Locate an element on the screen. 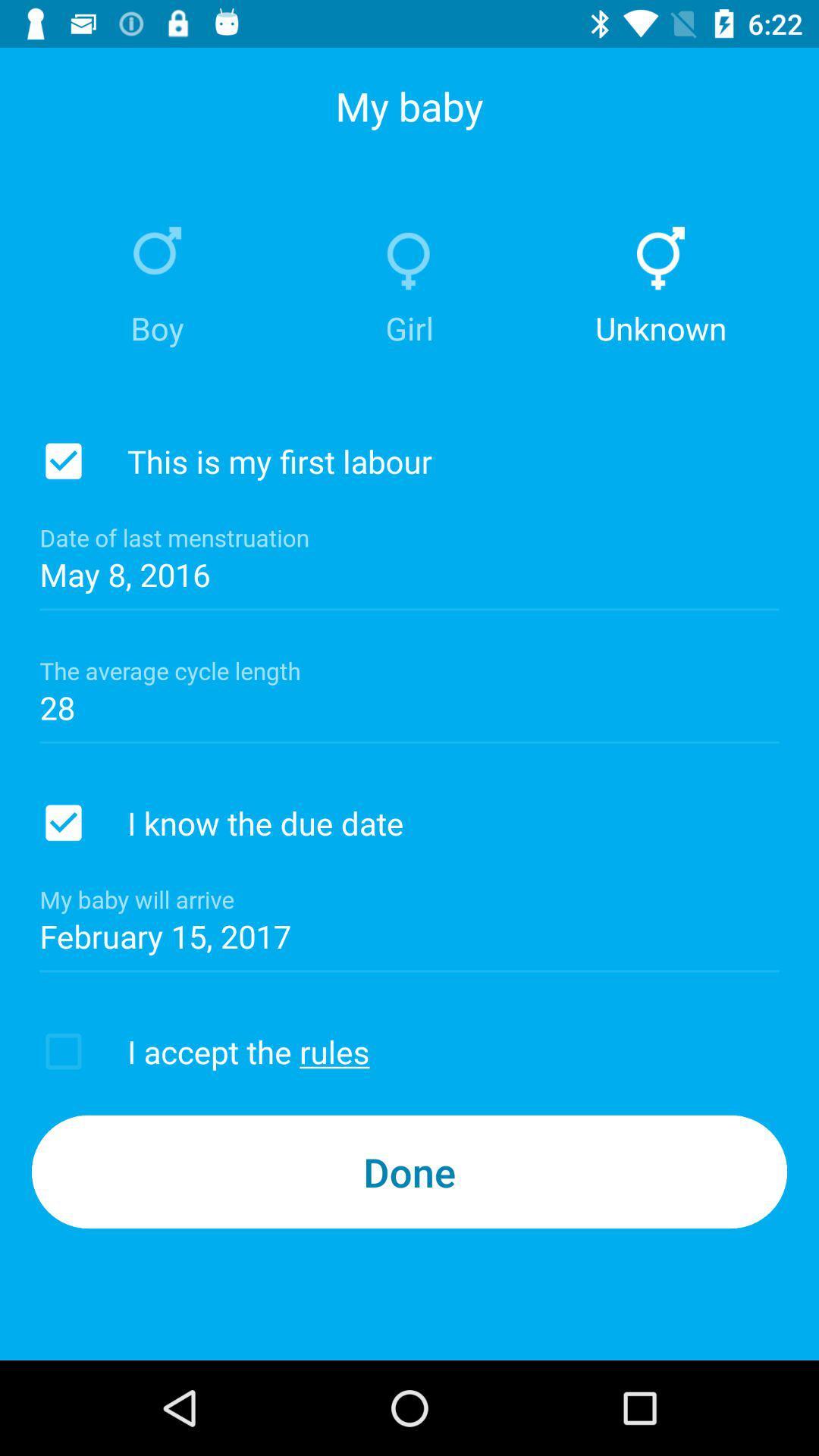  check this is my first labour is located at coordinates (63, 460).